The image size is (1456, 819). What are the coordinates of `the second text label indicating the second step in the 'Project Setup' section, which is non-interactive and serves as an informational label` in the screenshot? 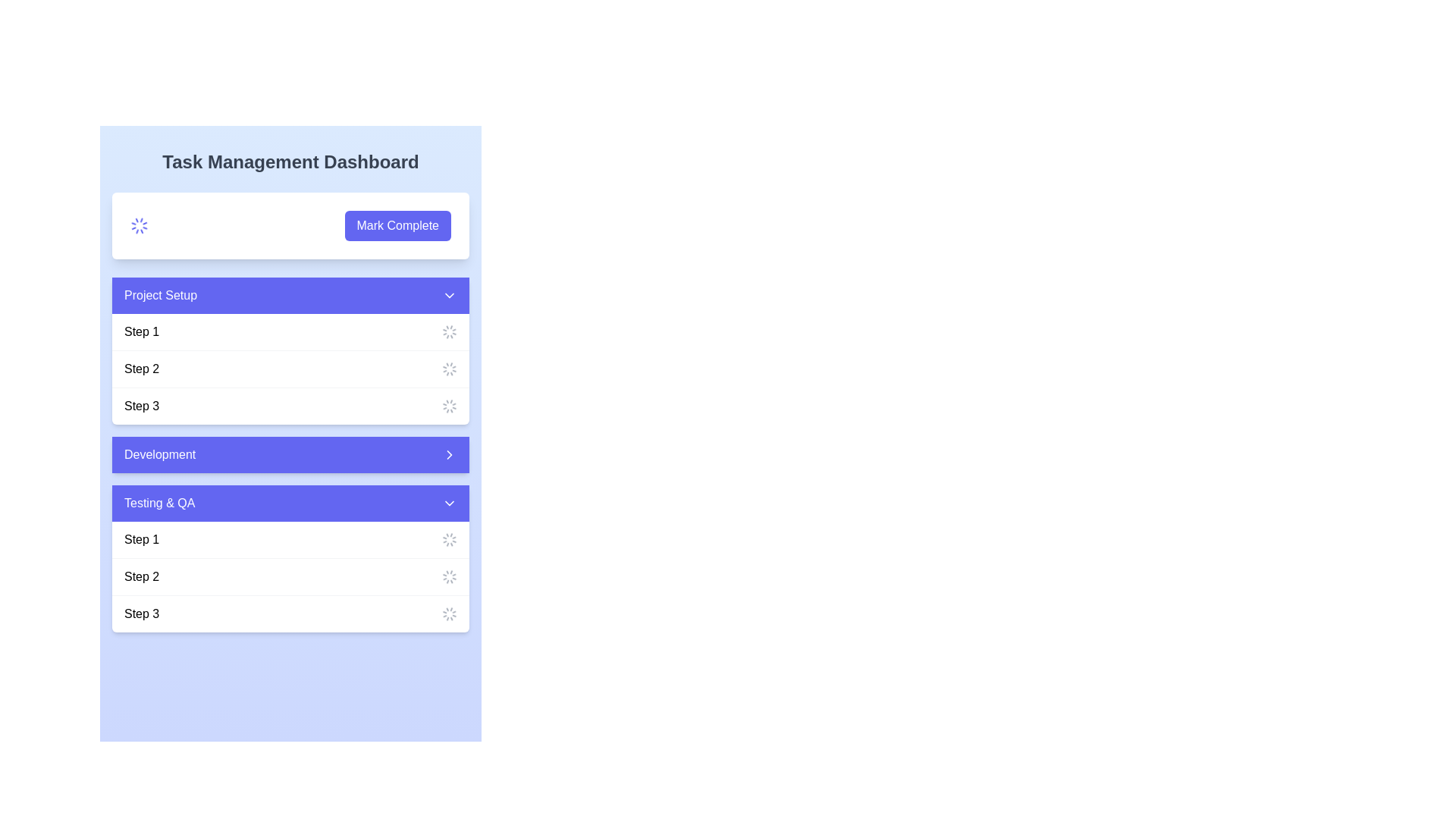 It's located at (142, 369).